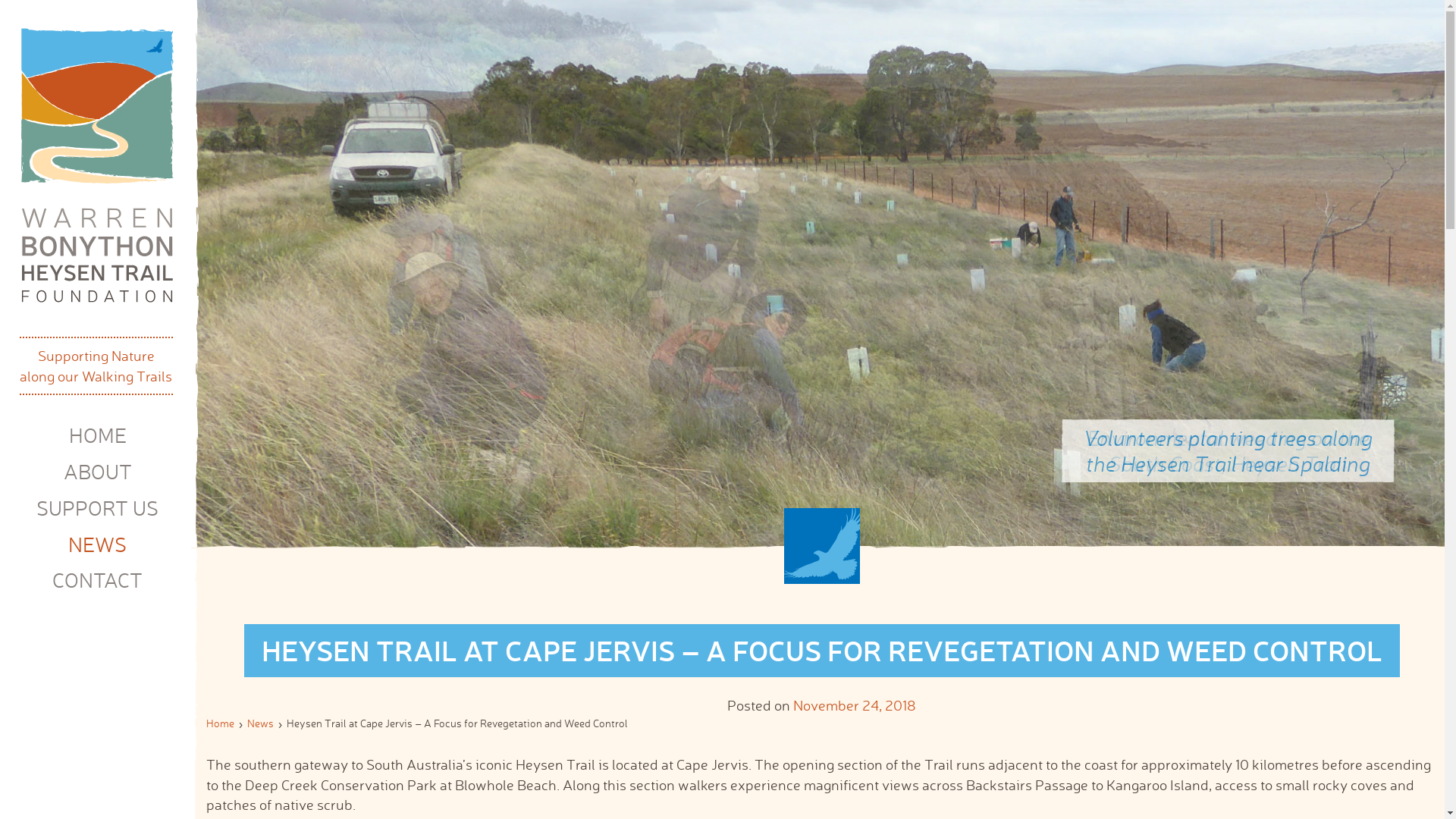 This screenshot has height=819, width=1456. What do you see at coordinates (96, 508) in the screenshot?
I see `'SUPPORT US'` at bounding box center [96, 508].